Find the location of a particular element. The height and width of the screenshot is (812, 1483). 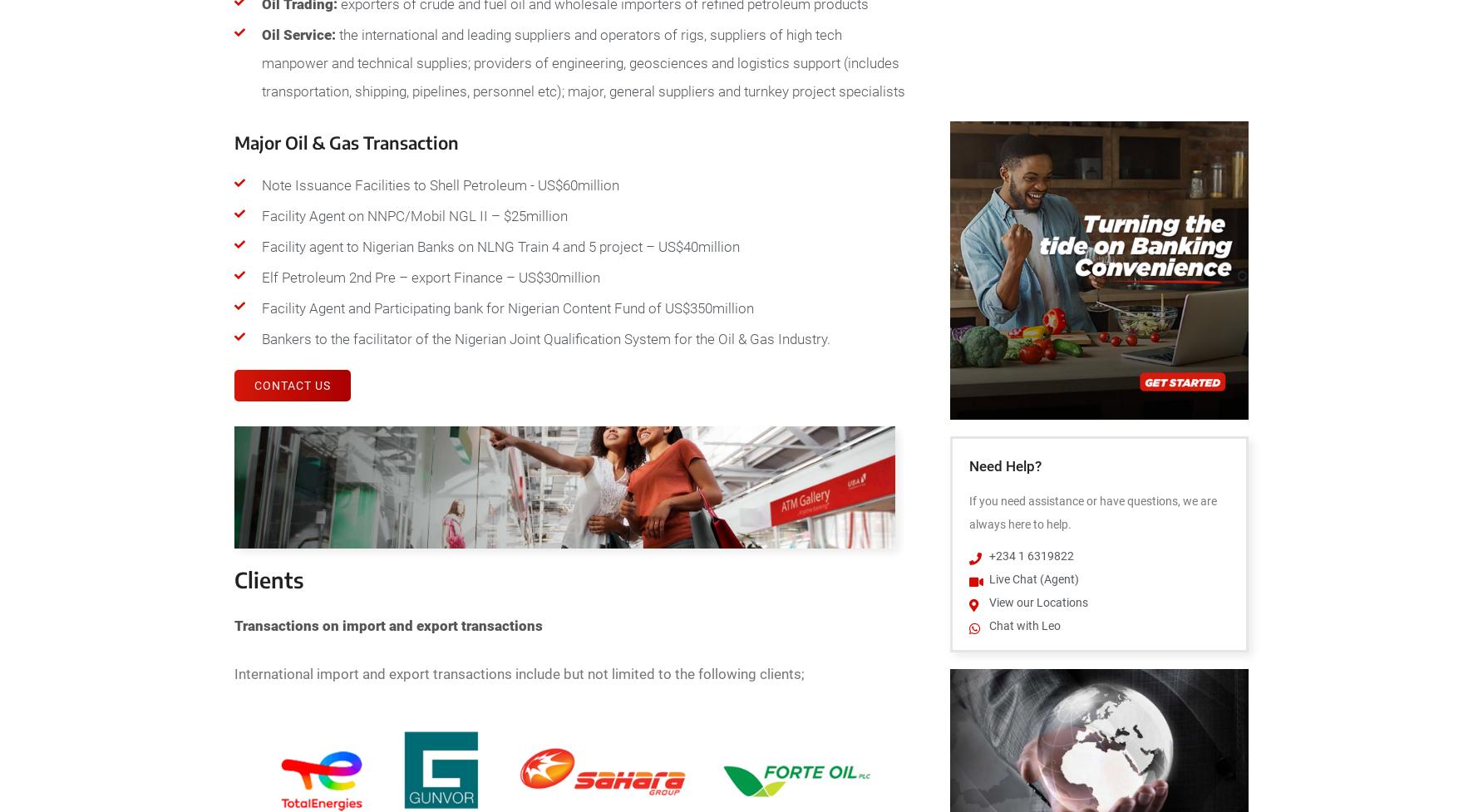

'If you need assistance or have questions, we are always here to help.' is located at coordinates (1091, 511).